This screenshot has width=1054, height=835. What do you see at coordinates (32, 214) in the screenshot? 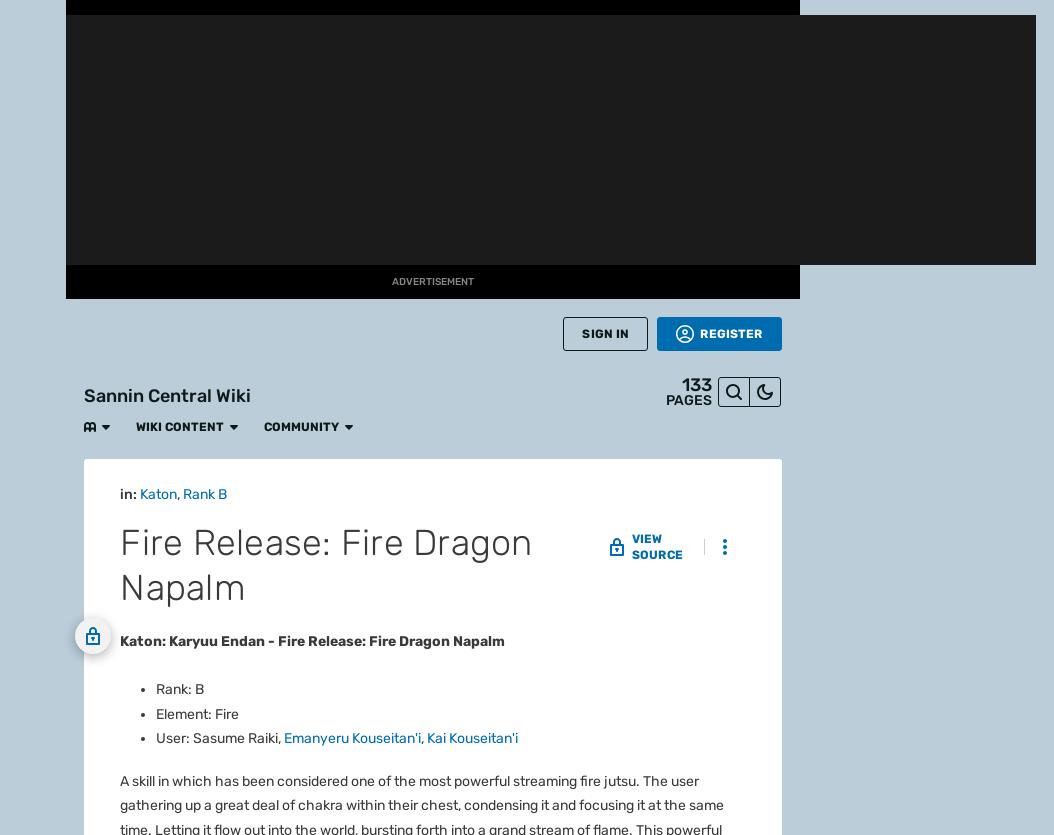
I see `'BETA'` at bounding box center [32, 214].